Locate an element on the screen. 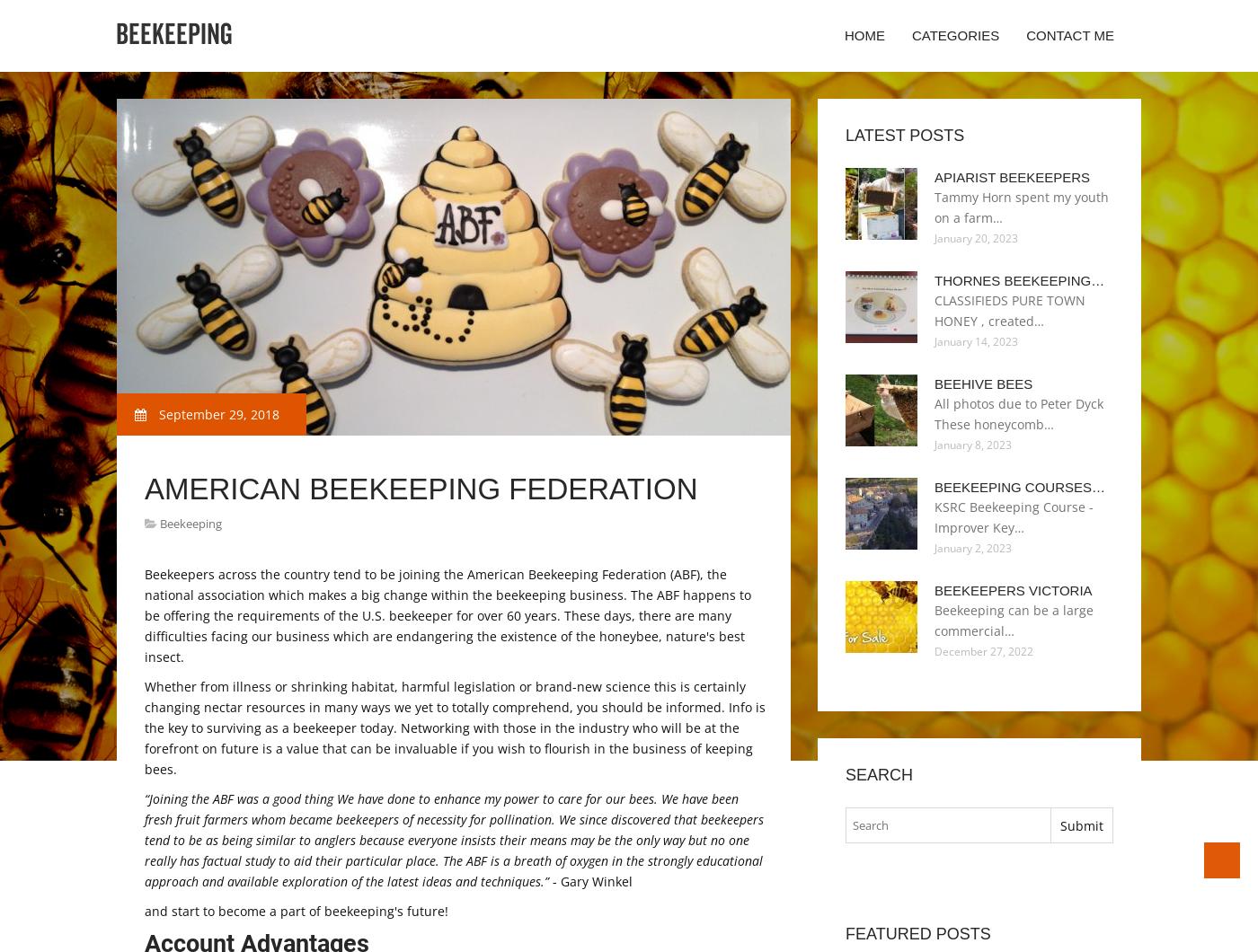 The width and height of the screenshot is (1258, 952). 'All photos due to Peter Dyck These honeycomb…' is located at coordinates (1019, 412).